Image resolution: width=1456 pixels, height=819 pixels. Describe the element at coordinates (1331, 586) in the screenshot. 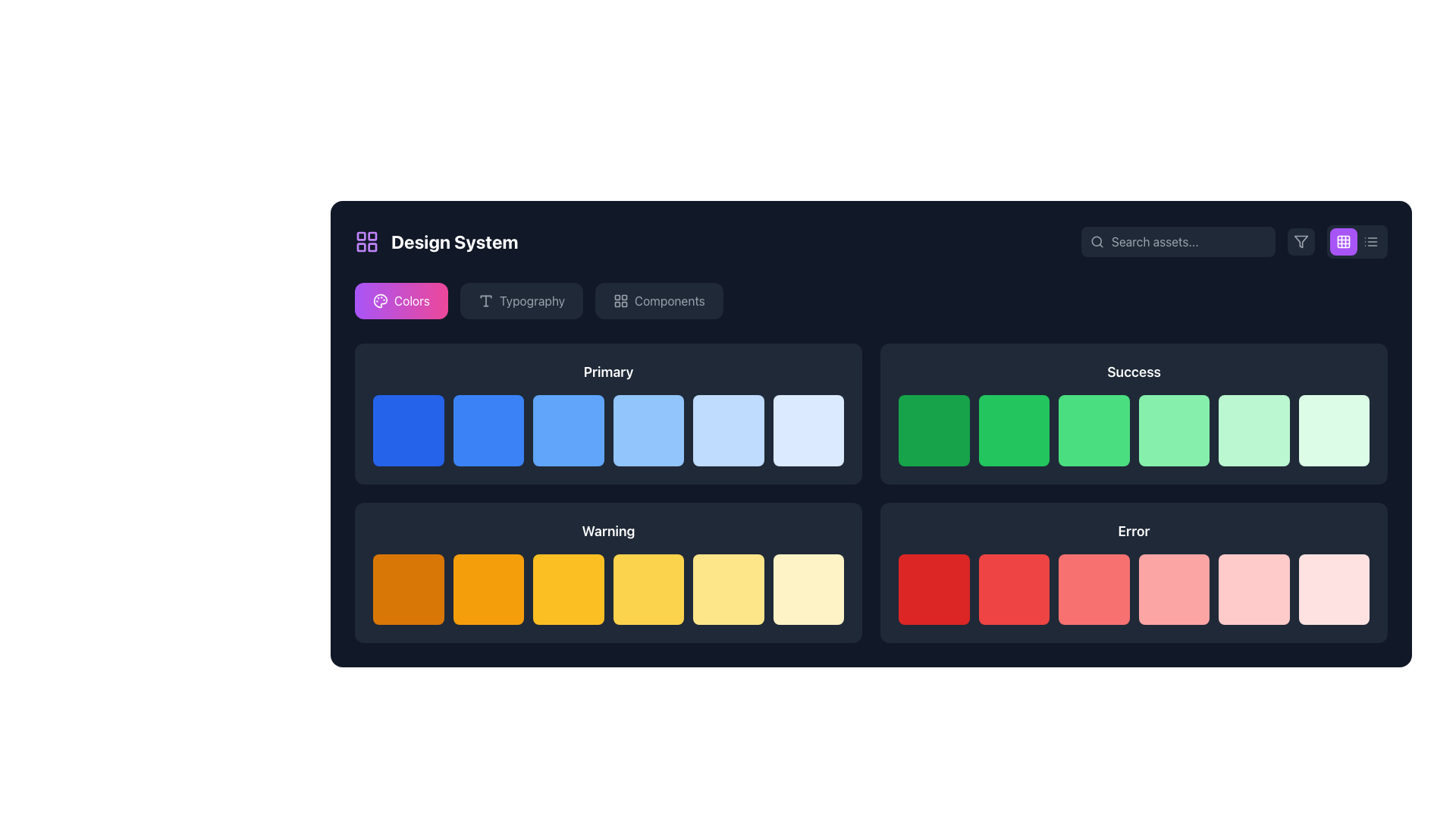

I see `the last vector graphical element in the 'Error' section of the SVG to trigger a tooltip or visual feedback` at that location.